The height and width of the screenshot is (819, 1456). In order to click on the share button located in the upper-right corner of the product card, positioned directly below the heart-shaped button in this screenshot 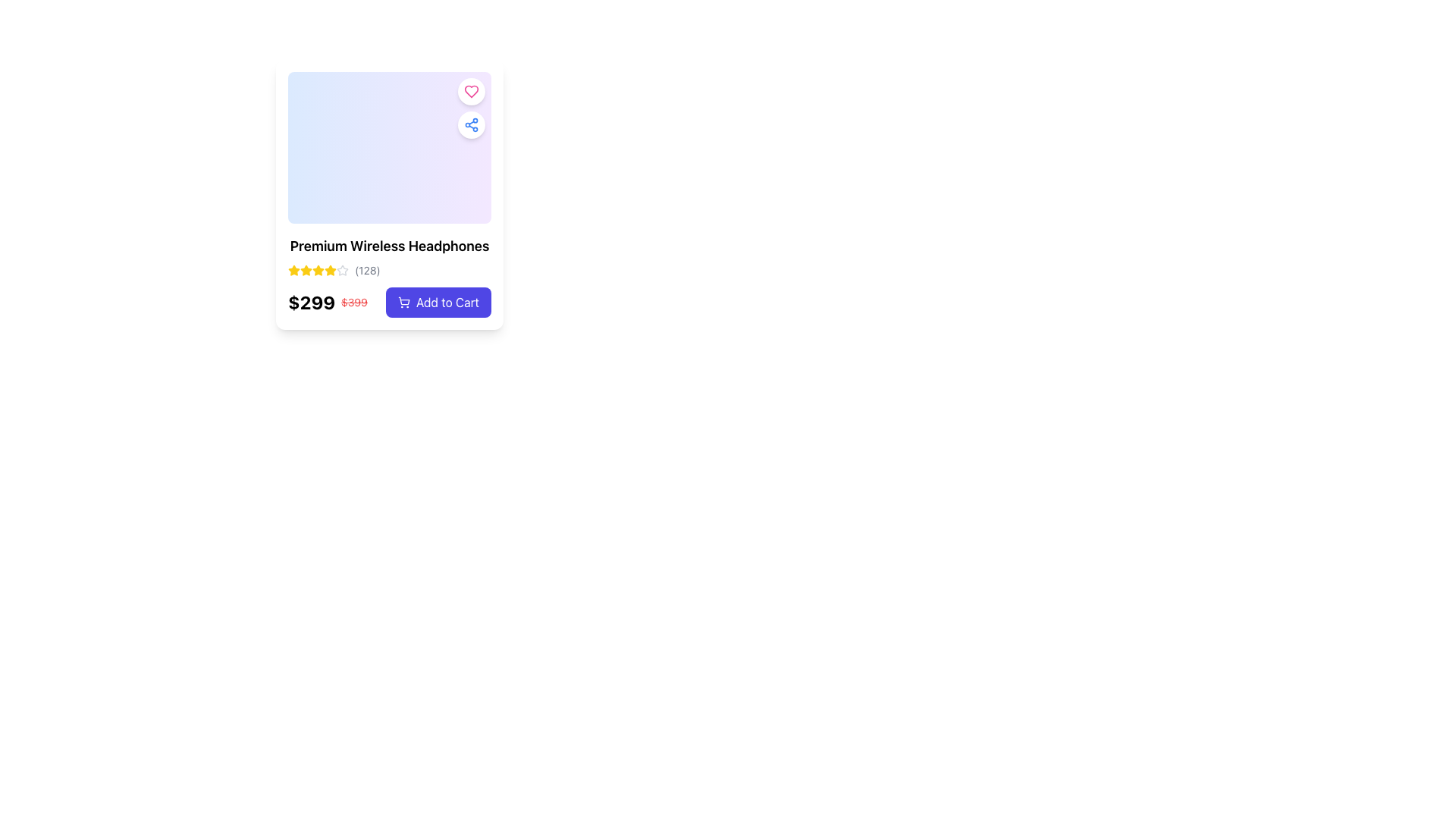, I will do `click(471, 124)`.